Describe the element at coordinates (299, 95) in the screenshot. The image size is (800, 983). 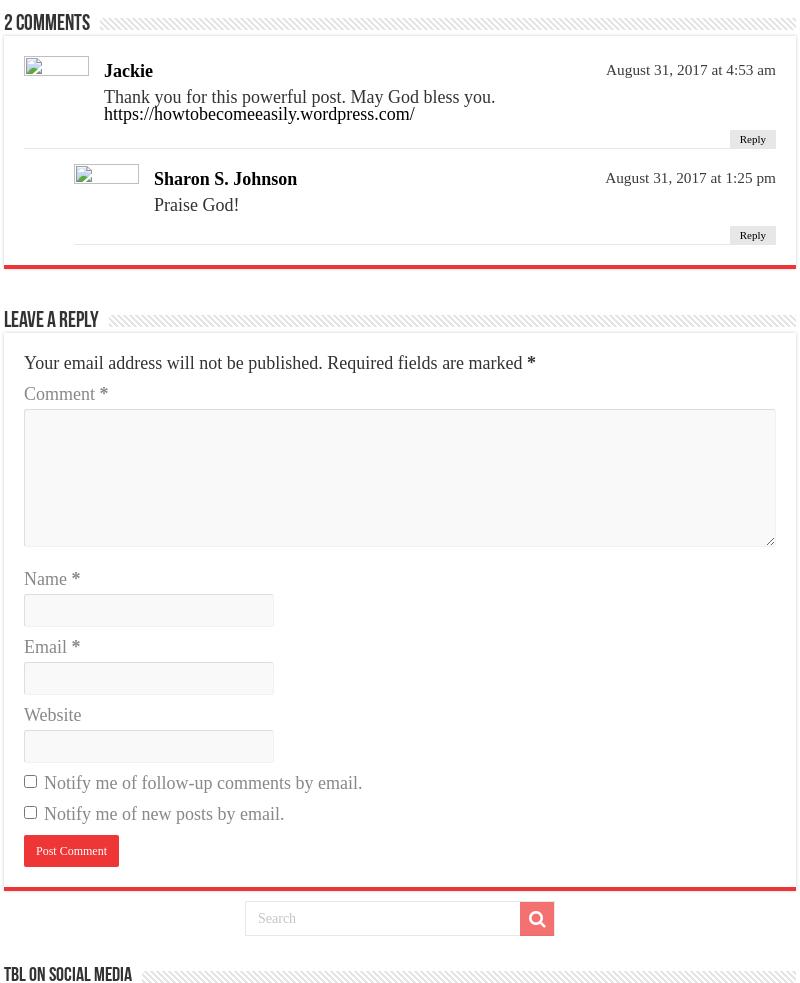
I see `'Thank you for this powerful post. May God bless you.'` at that location.